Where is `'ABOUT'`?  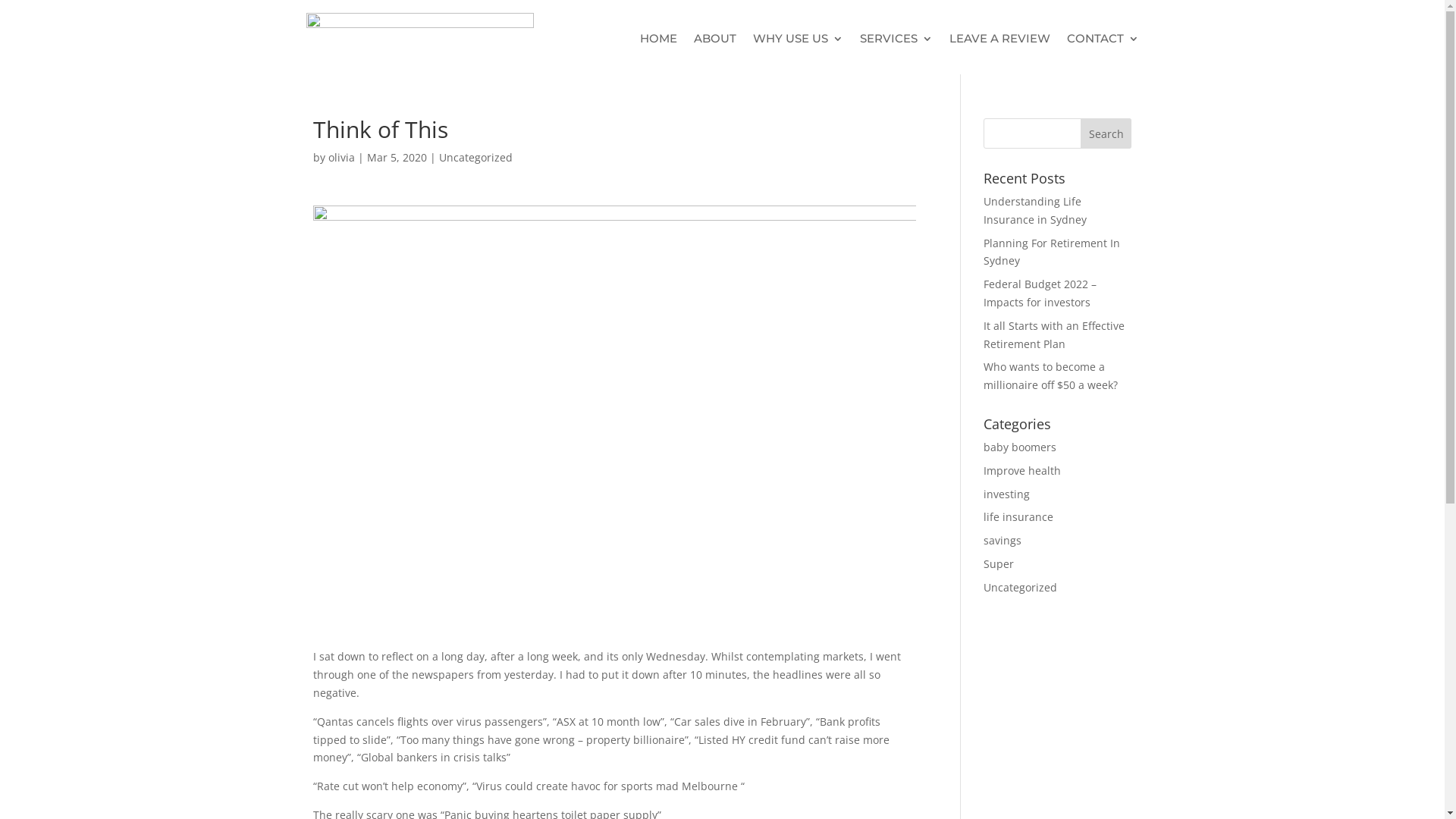 'ABOUT' is located at coordinates (713, 37).